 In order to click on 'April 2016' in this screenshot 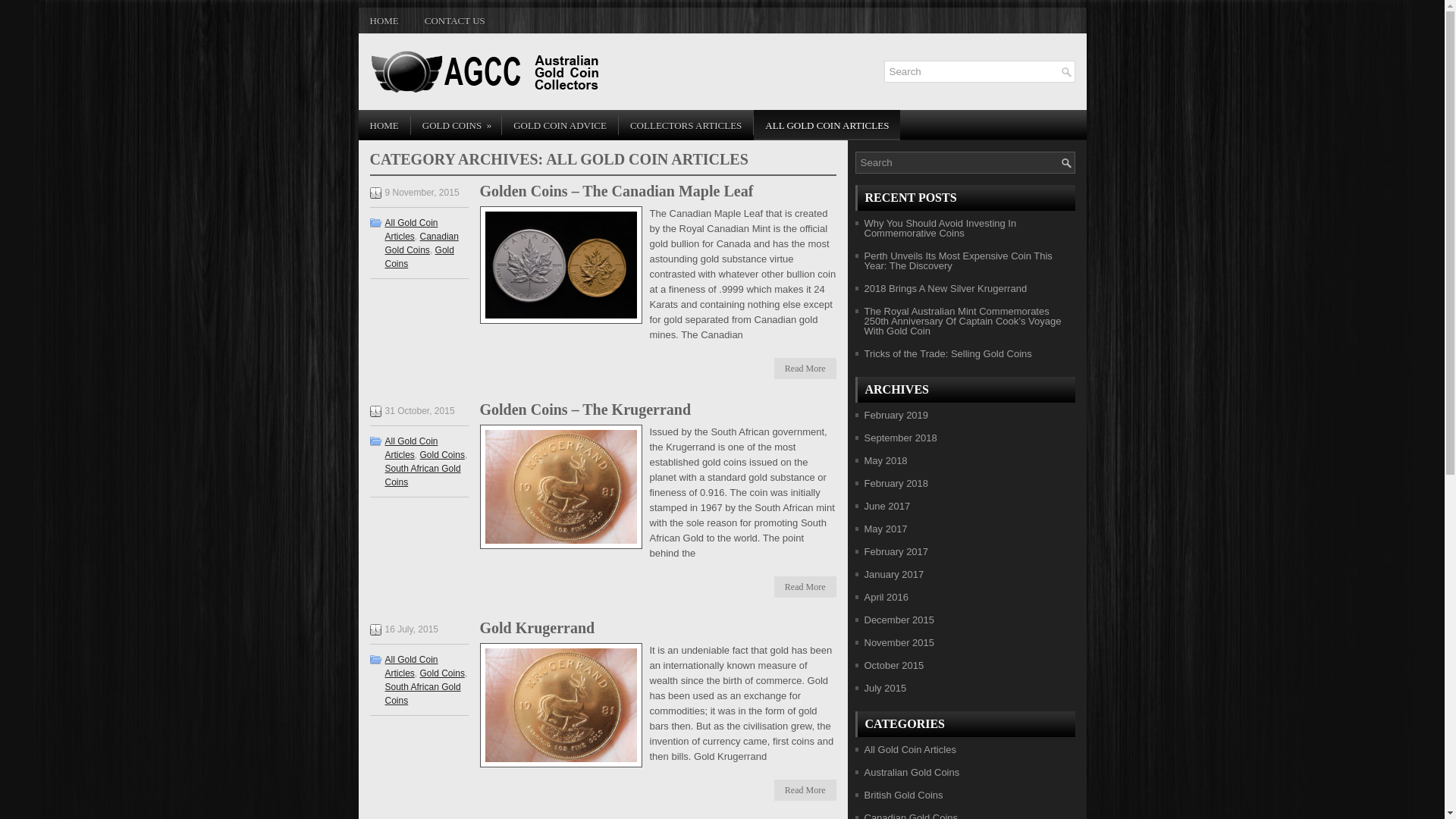, I will do `click(886, 596)`.